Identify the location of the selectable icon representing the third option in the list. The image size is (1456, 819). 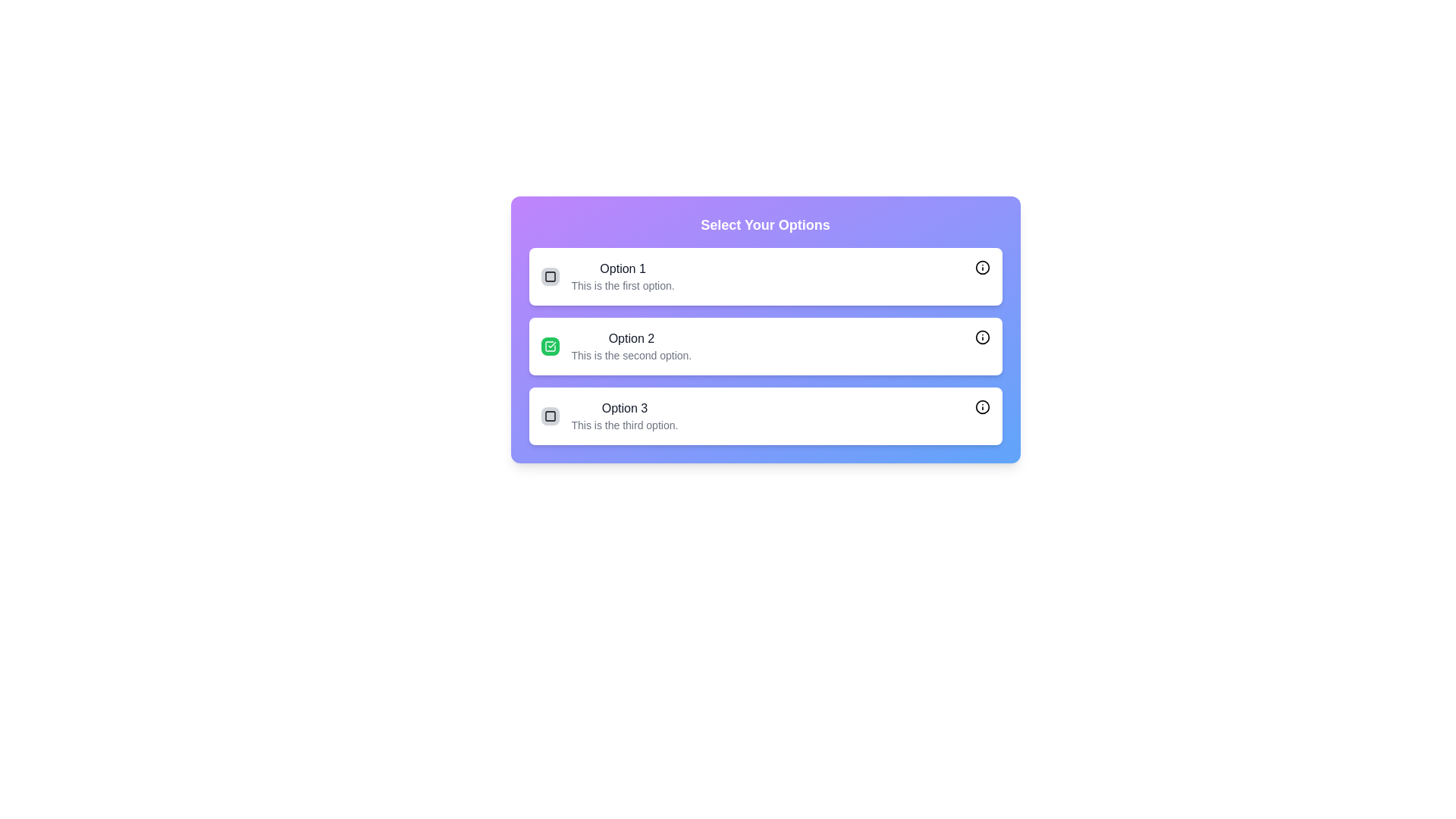
(549, 416).